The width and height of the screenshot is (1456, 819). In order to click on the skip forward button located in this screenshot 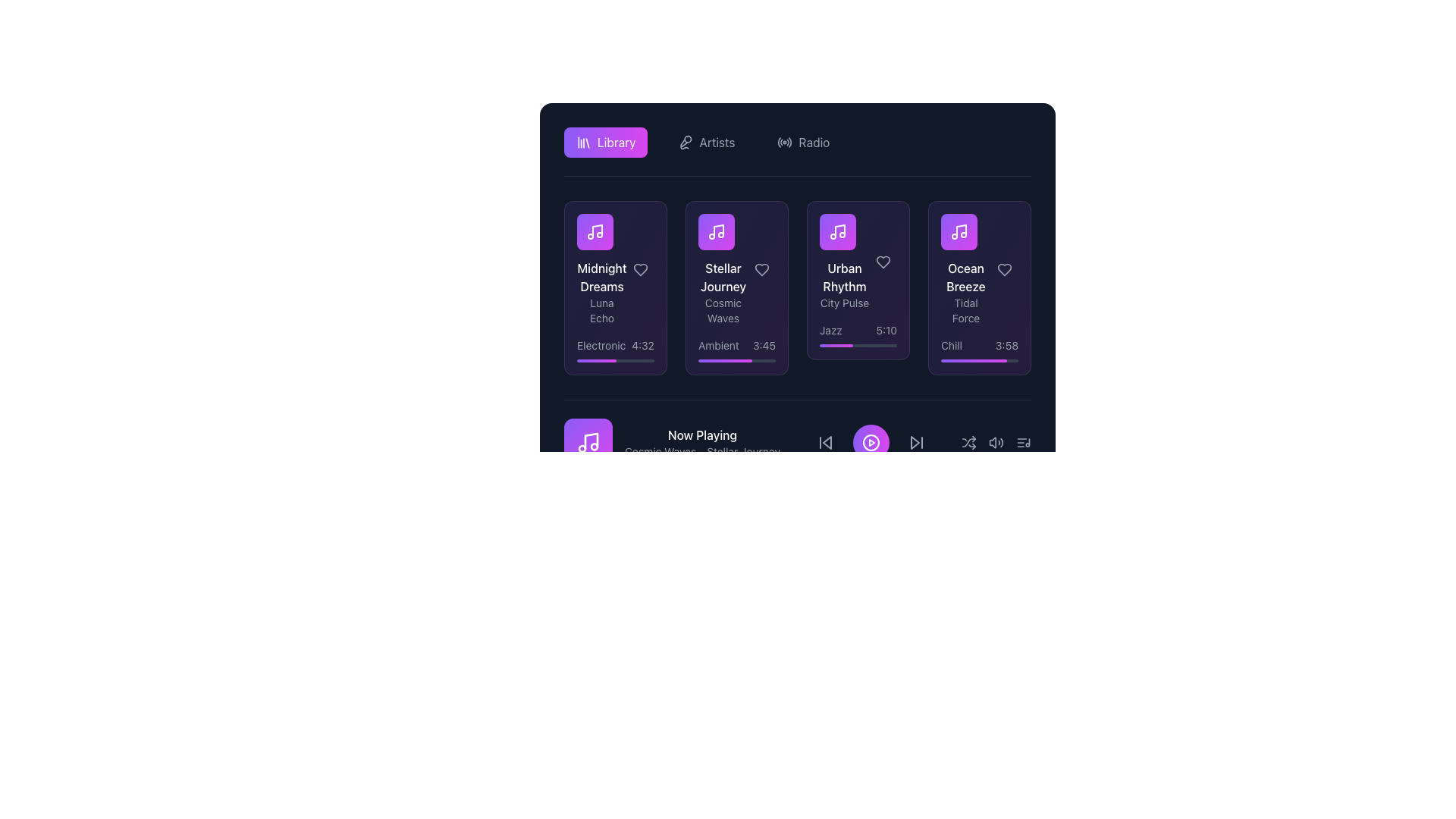, I will do `click(915, 442)`.